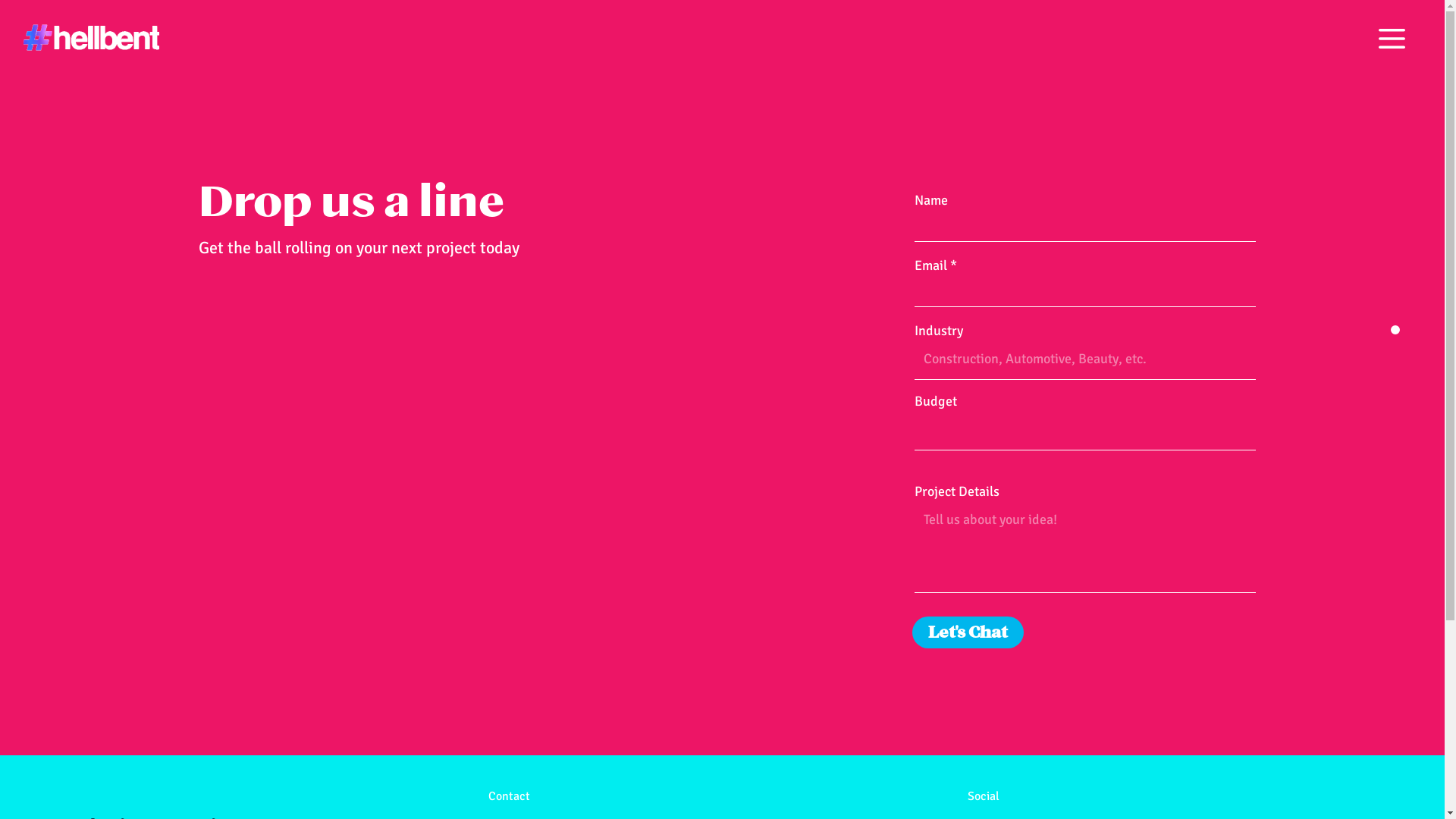 The image size is (1456, 819). Describe the element at coordinates (967, 632) in the screenshot. I see `'Let's Chat'` at that location.